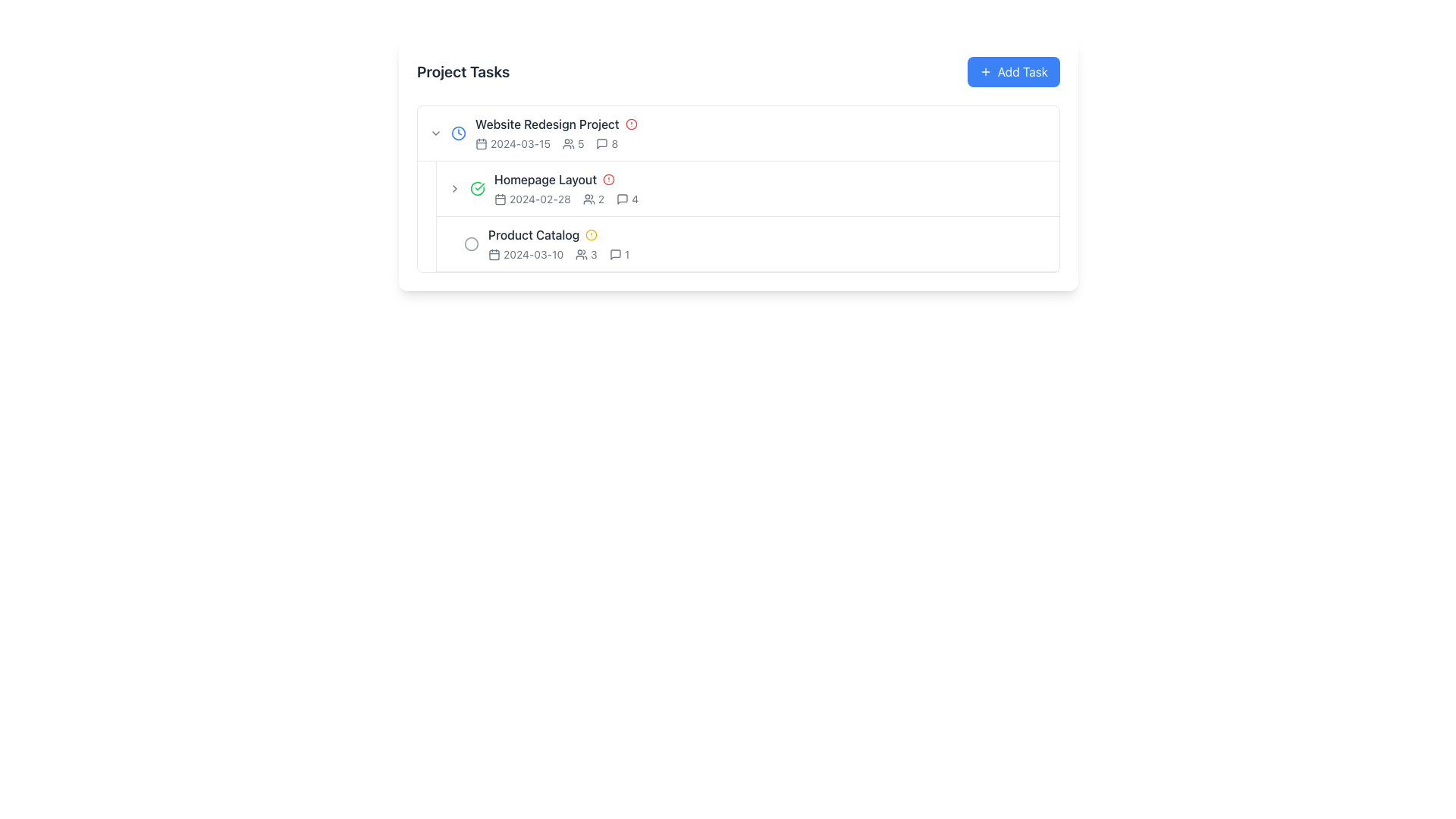  I want to click on the icon representing the number of users or participants associated with the 'Product Catalog' task, which is the leftmost item in a horizontal grouping on the far-right side of the row for 'Product Catalog' in the 'Project Tasks' list, so click(581, 253).